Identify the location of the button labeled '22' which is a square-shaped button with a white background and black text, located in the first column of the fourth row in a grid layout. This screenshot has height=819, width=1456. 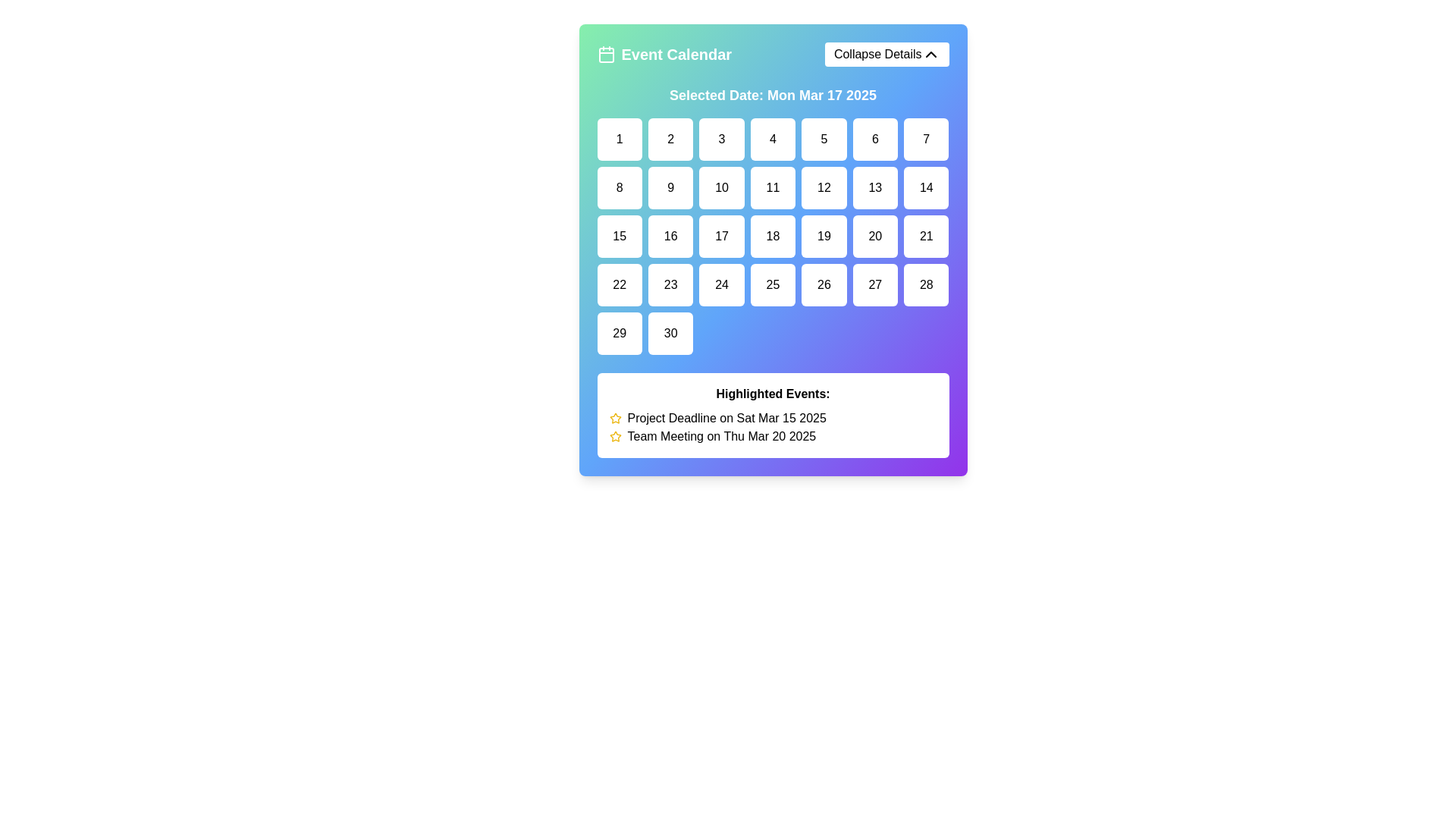
(620, 284).